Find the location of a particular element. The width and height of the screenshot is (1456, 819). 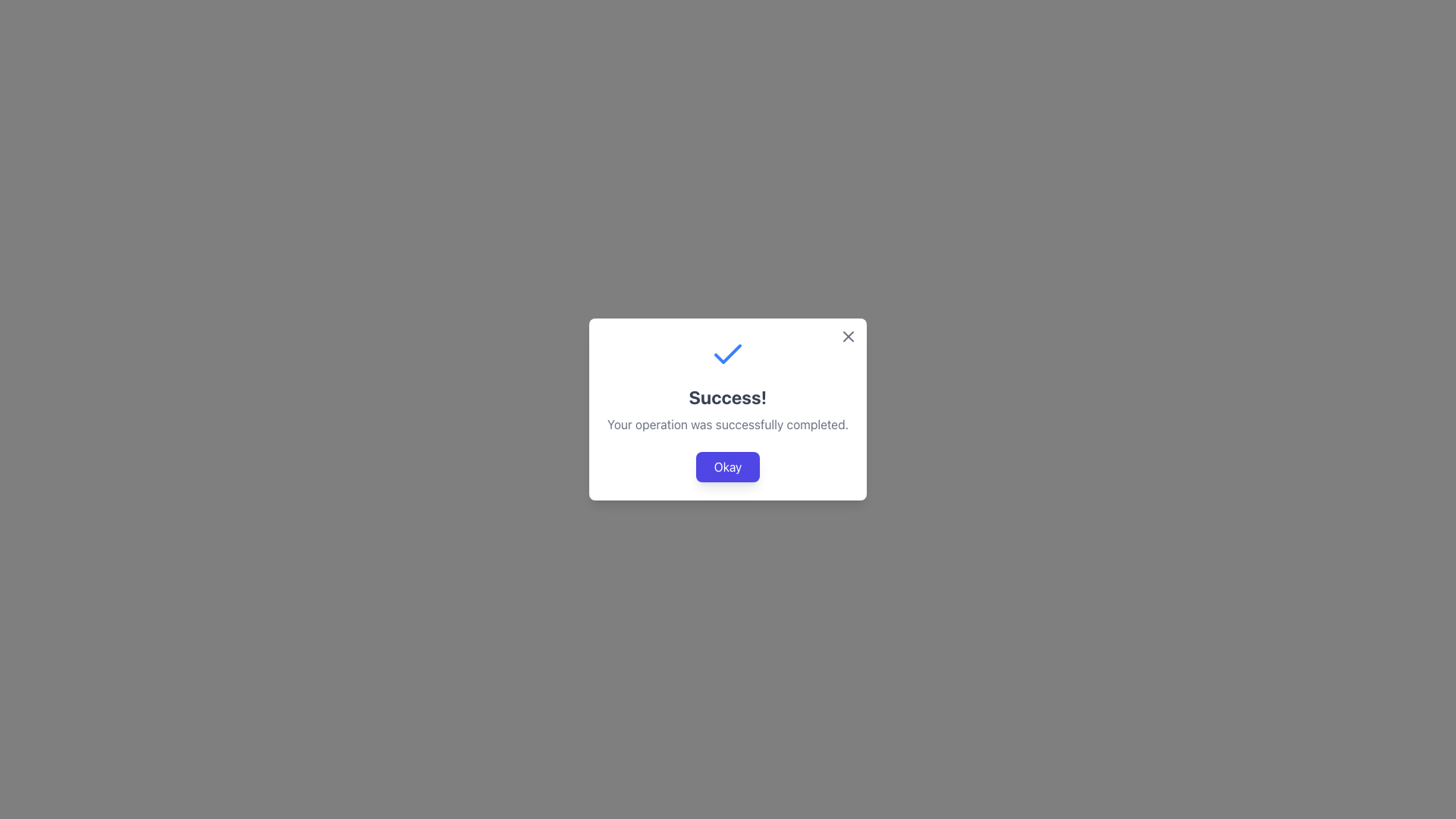

the heading text indicating a successful operation outcome in the upper-middle part of the modal dialog is located at coordinates (728, 397).